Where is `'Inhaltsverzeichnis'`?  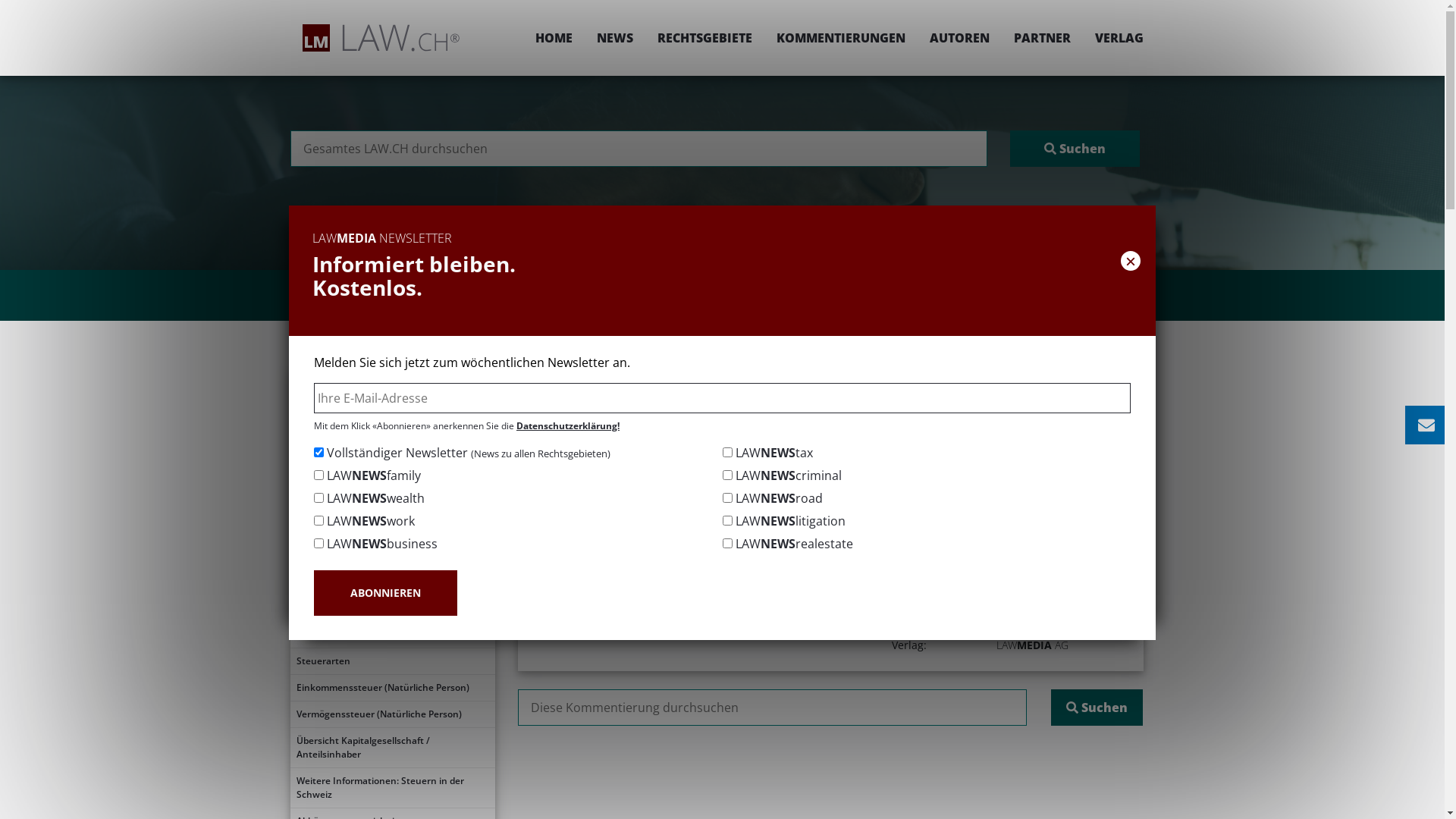 'Inhaltsverzeichnis' is located at coordinates (392, 421).